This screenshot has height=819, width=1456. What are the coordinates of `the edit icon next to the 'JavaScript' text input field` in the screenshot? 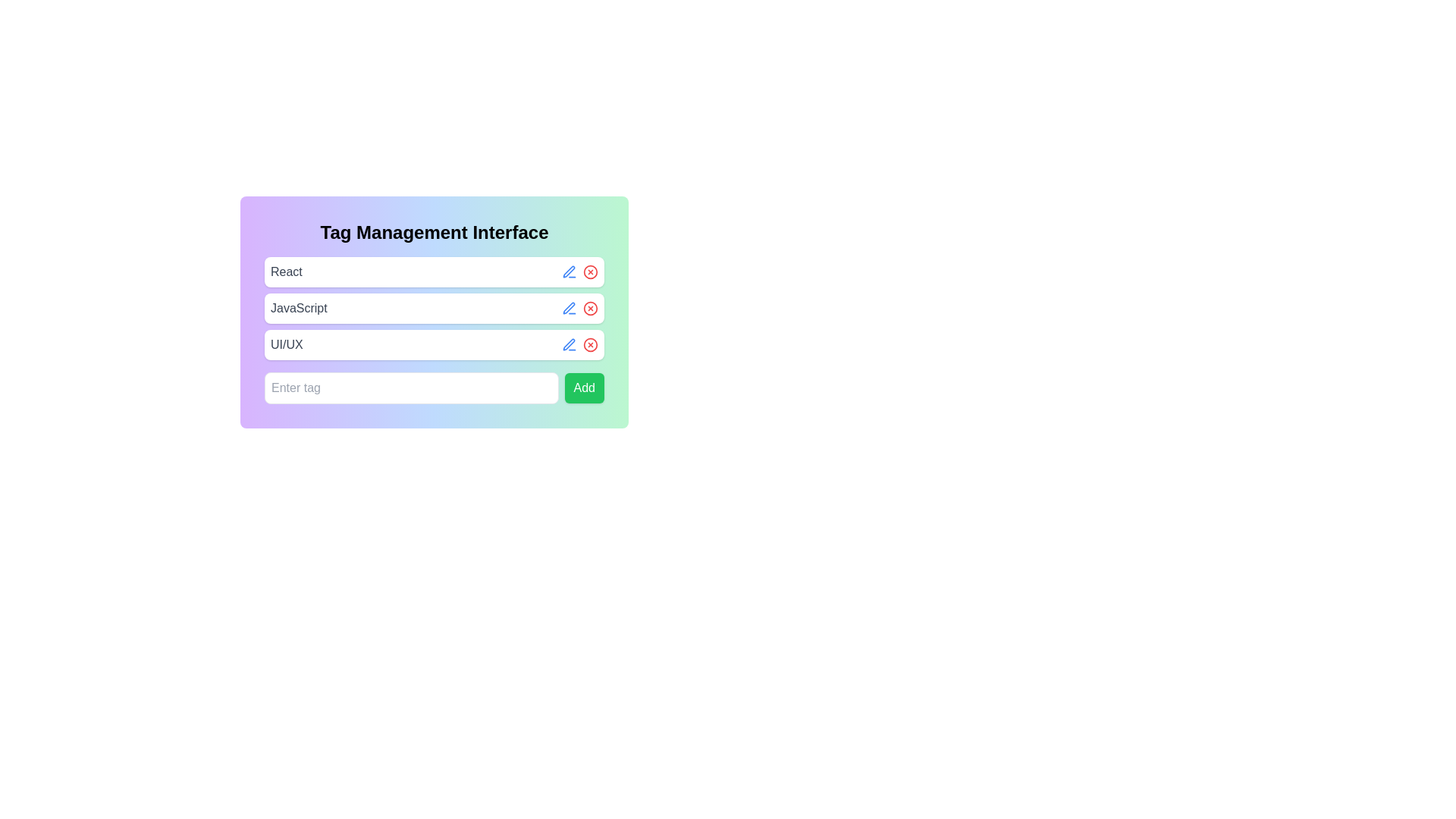 It's located at (568, 307).